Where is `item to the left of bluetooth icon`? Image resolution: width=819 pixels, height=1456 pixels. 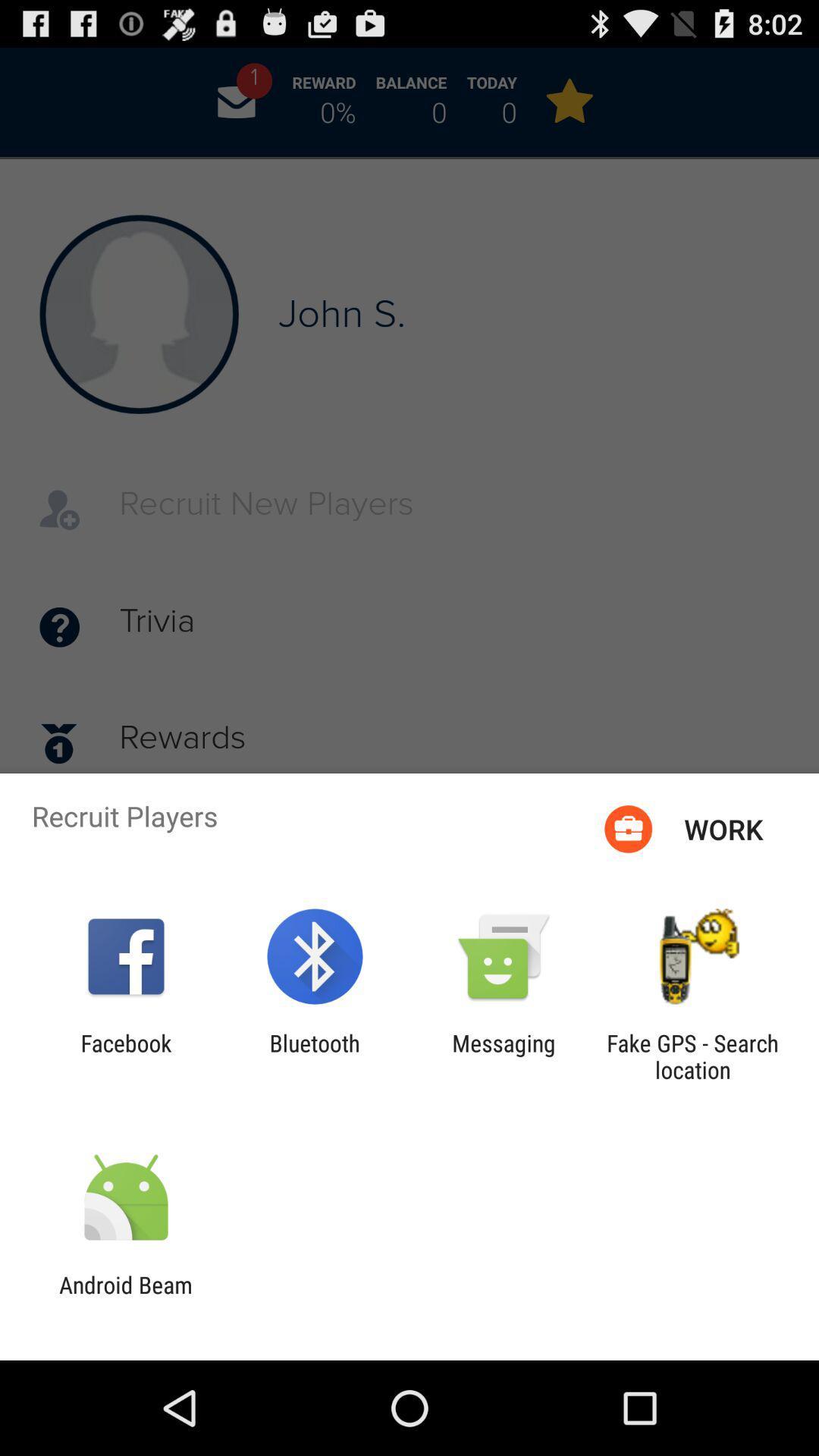 item to the left of bluetooth icon is located at coordinates (125, 1056).